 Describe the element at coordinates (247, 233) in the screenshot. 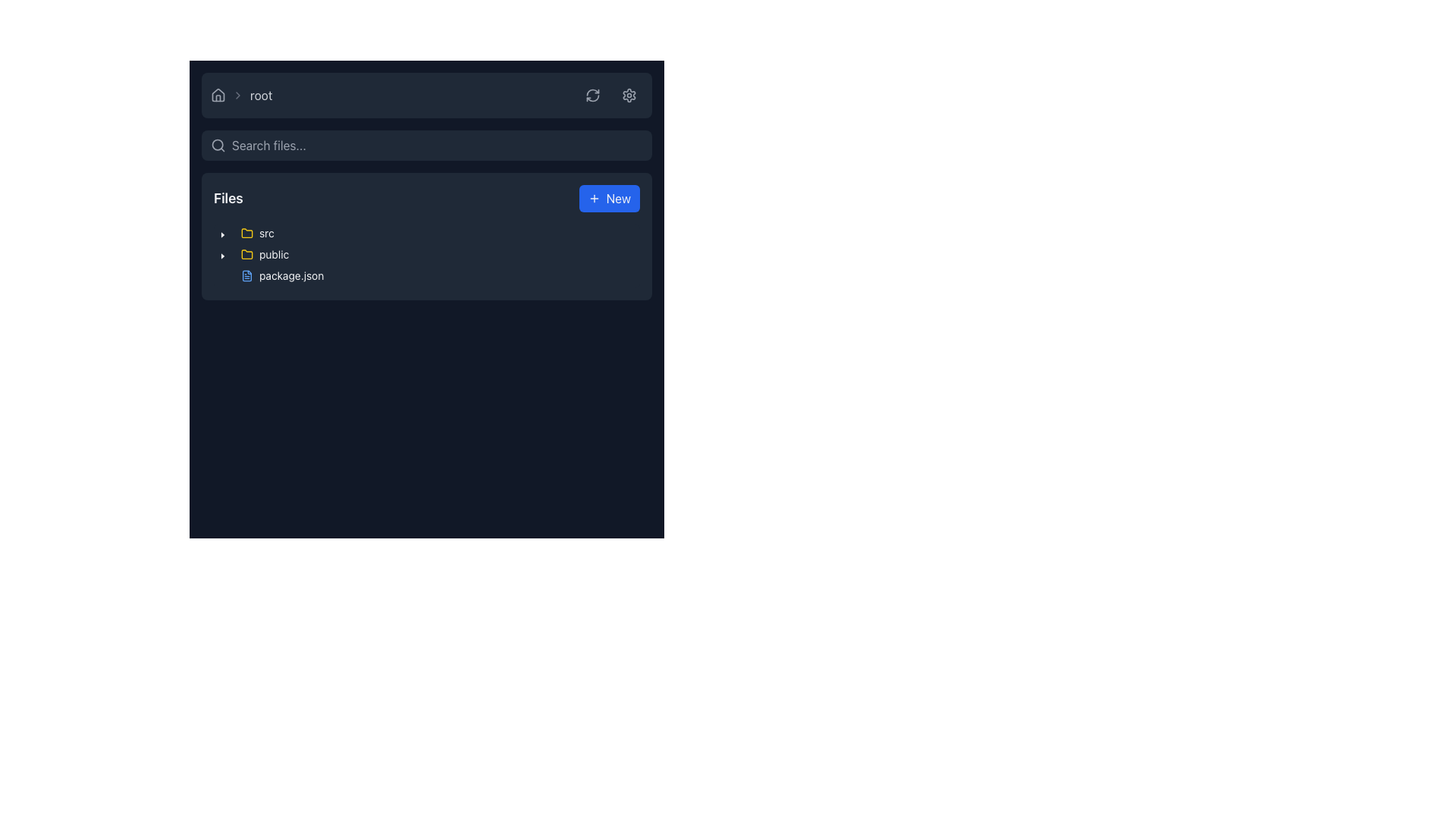

I see `the folder icon representing the 'public' directory located within the 'Files' section` at that location.